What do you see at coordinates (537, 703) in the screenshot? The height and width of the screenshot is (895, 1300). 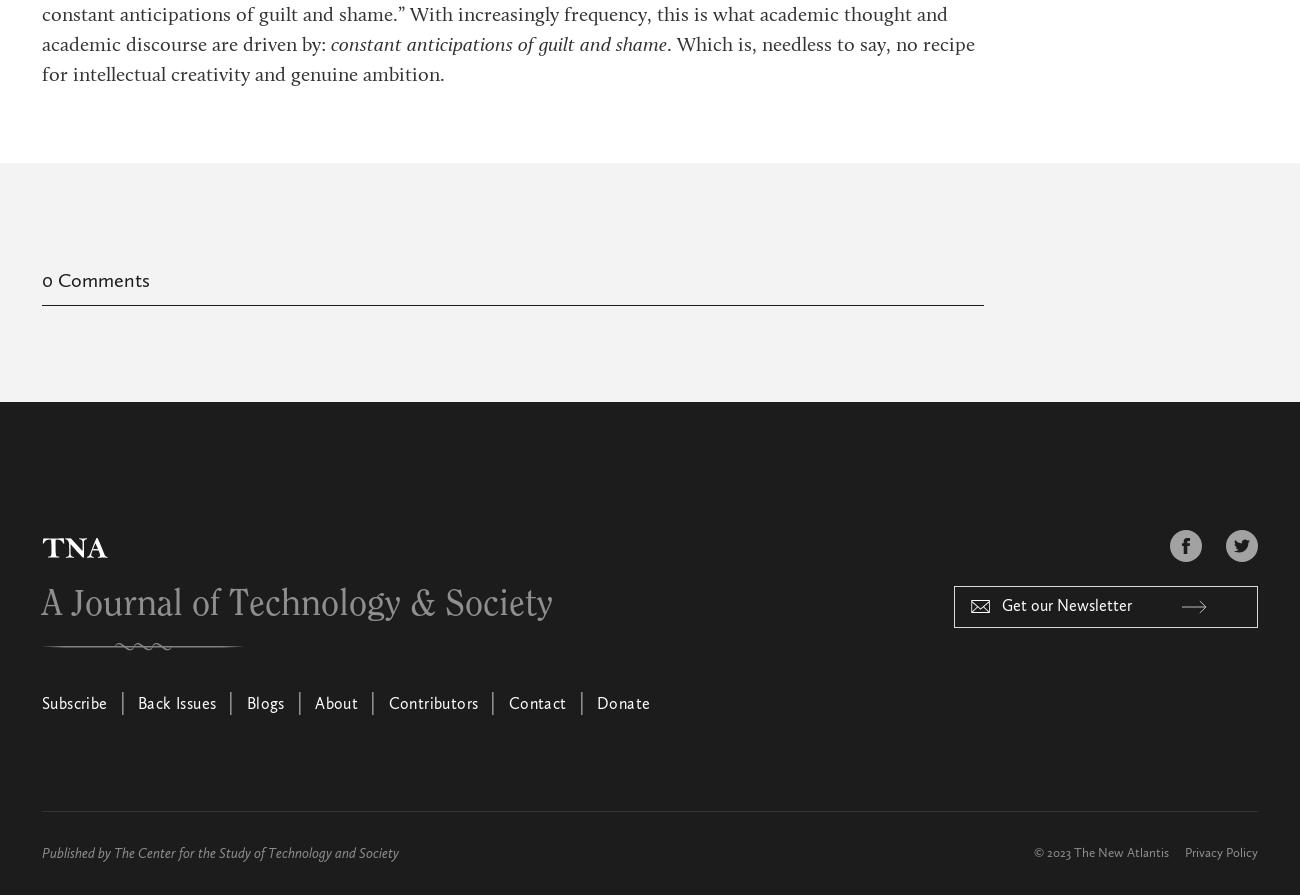 I see `'Contact'` at bounding box center [537, 703].